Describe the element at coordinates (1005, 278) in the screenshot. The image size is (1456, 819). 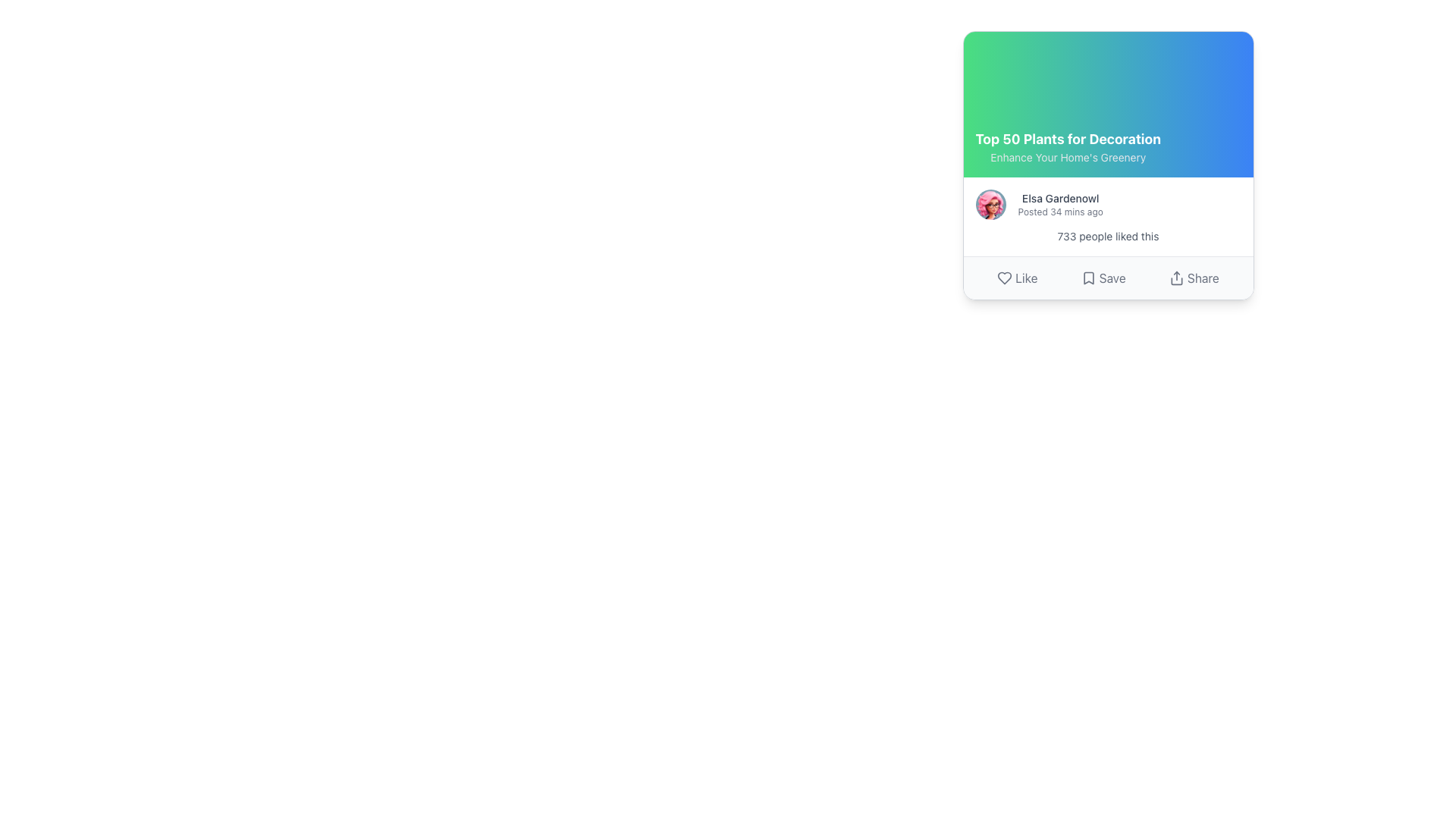
I see `the heart-shaped icon with a hollow design and smooth gray outline to like the content` at that location.